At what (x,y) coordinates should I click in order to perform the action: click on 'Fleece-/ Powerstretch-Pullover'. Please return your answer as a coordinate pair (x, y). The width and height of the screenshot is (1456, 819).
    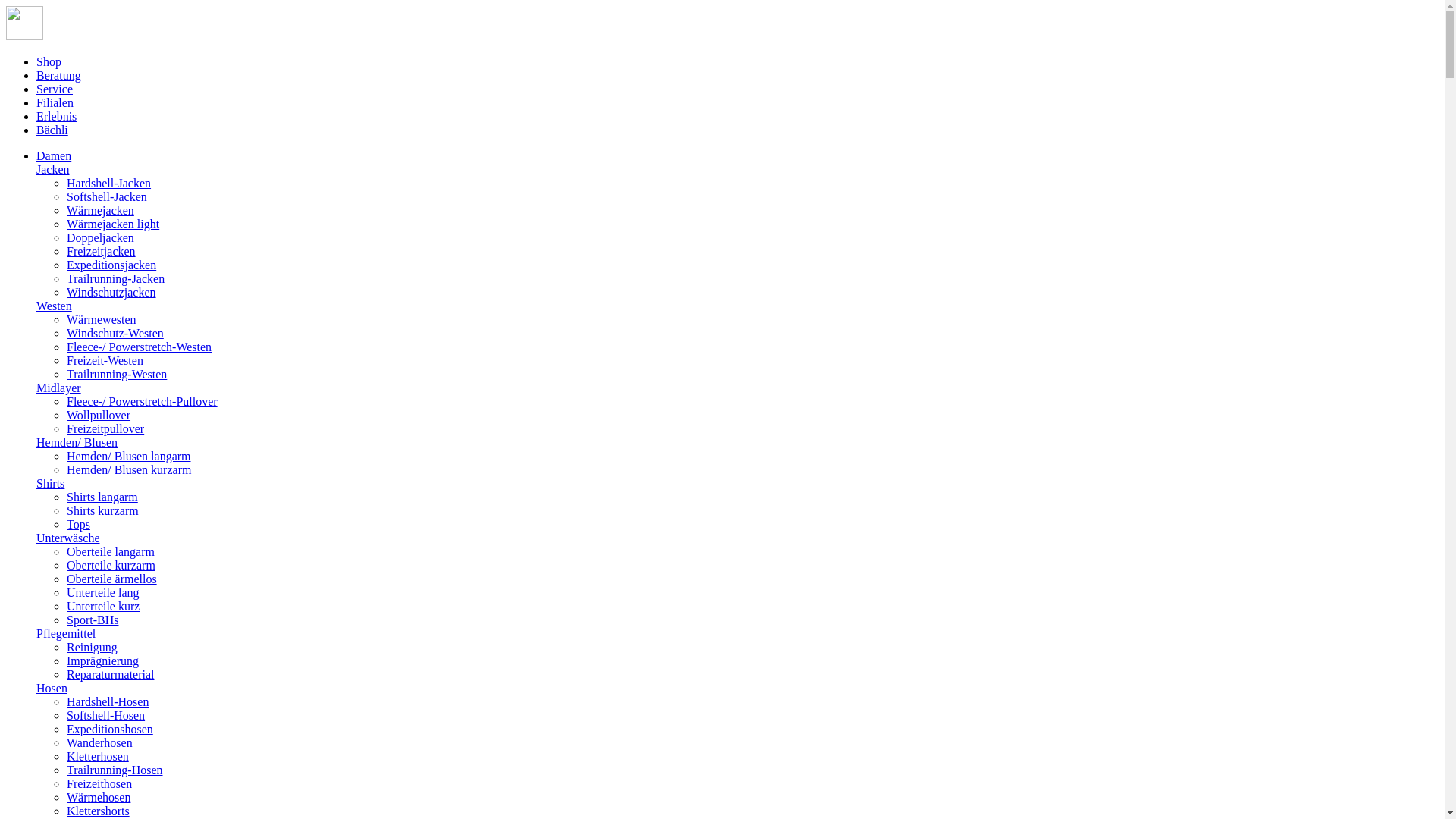
    Looking at the image, I should click on (142, 400).